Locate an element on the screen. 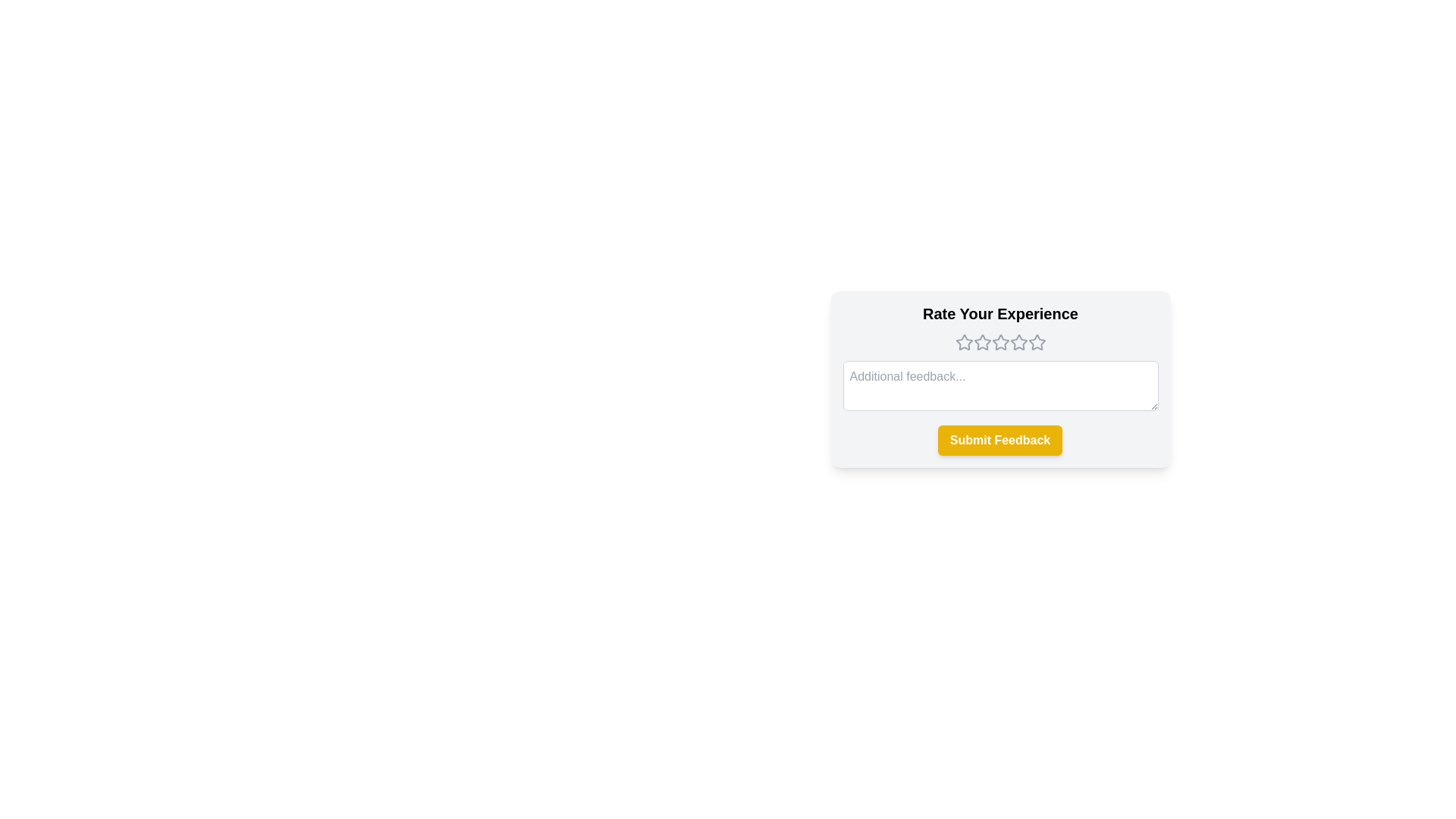 Image resolution: width=1456 pixels, height=819 pixels. the first star icon in the rating system under the 'Rate Your Experience' text is located at coordinates (963, 342).